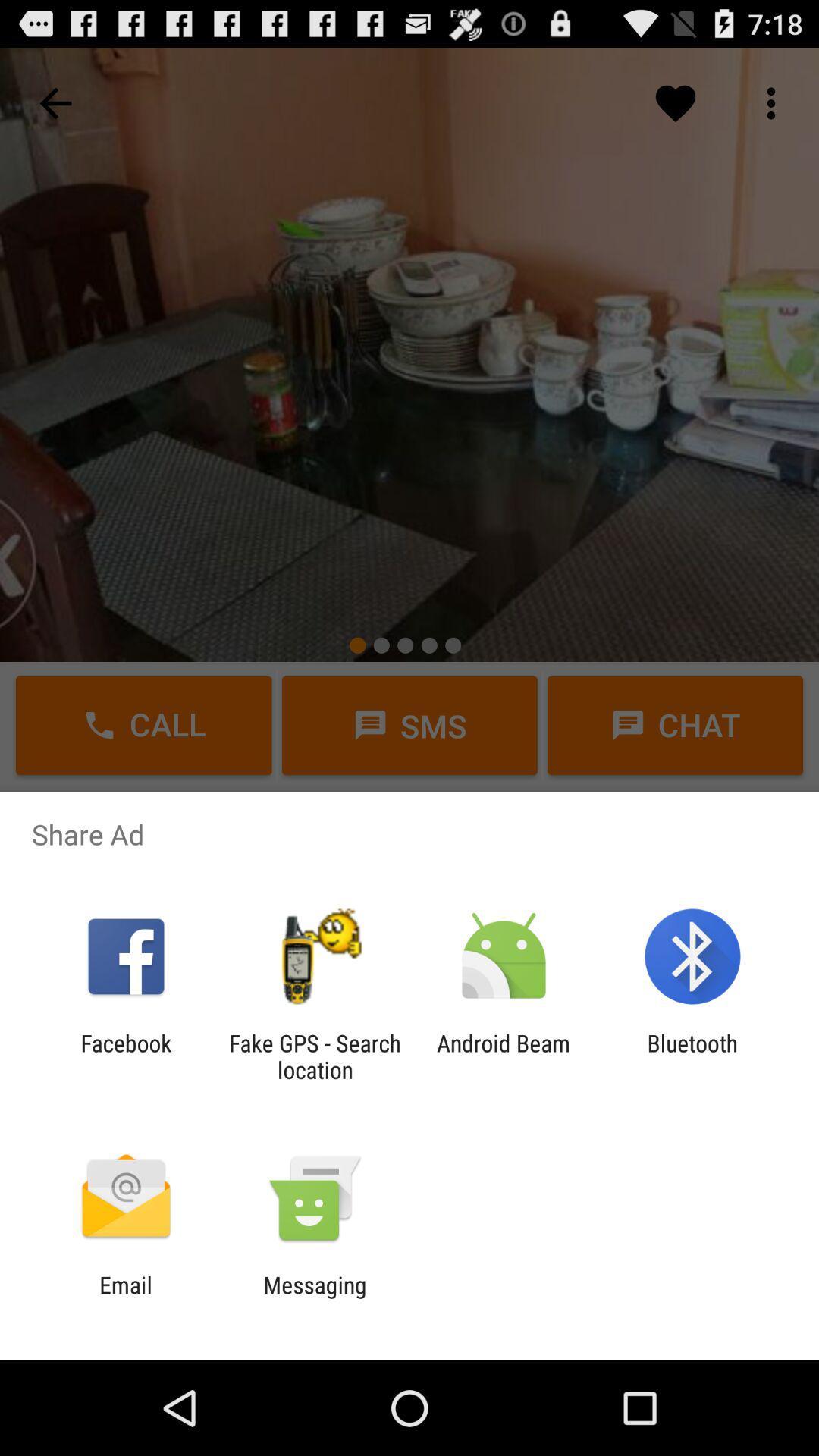 This screenshot has height=1456, width=819. I want to click on the item next to android beam, so click(692, 1056).